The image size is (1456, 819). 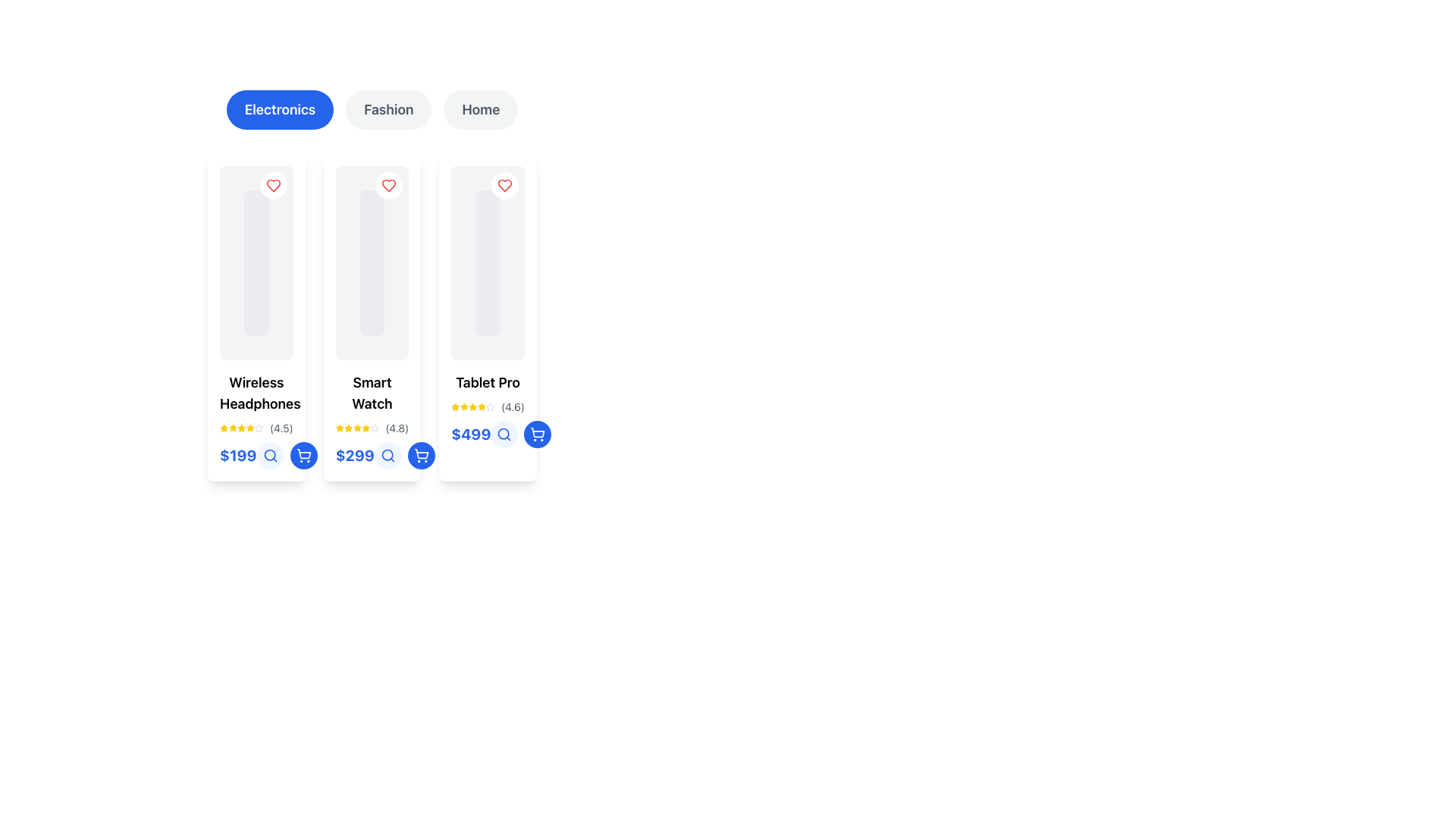 What do you see at coordinates (347, 428) in the screenshot?
I see `the third star icon in the rating section of the 'Smart Watch' card, which visually indicates part of the rating assigned to the product` at bounding box center [347, 428].